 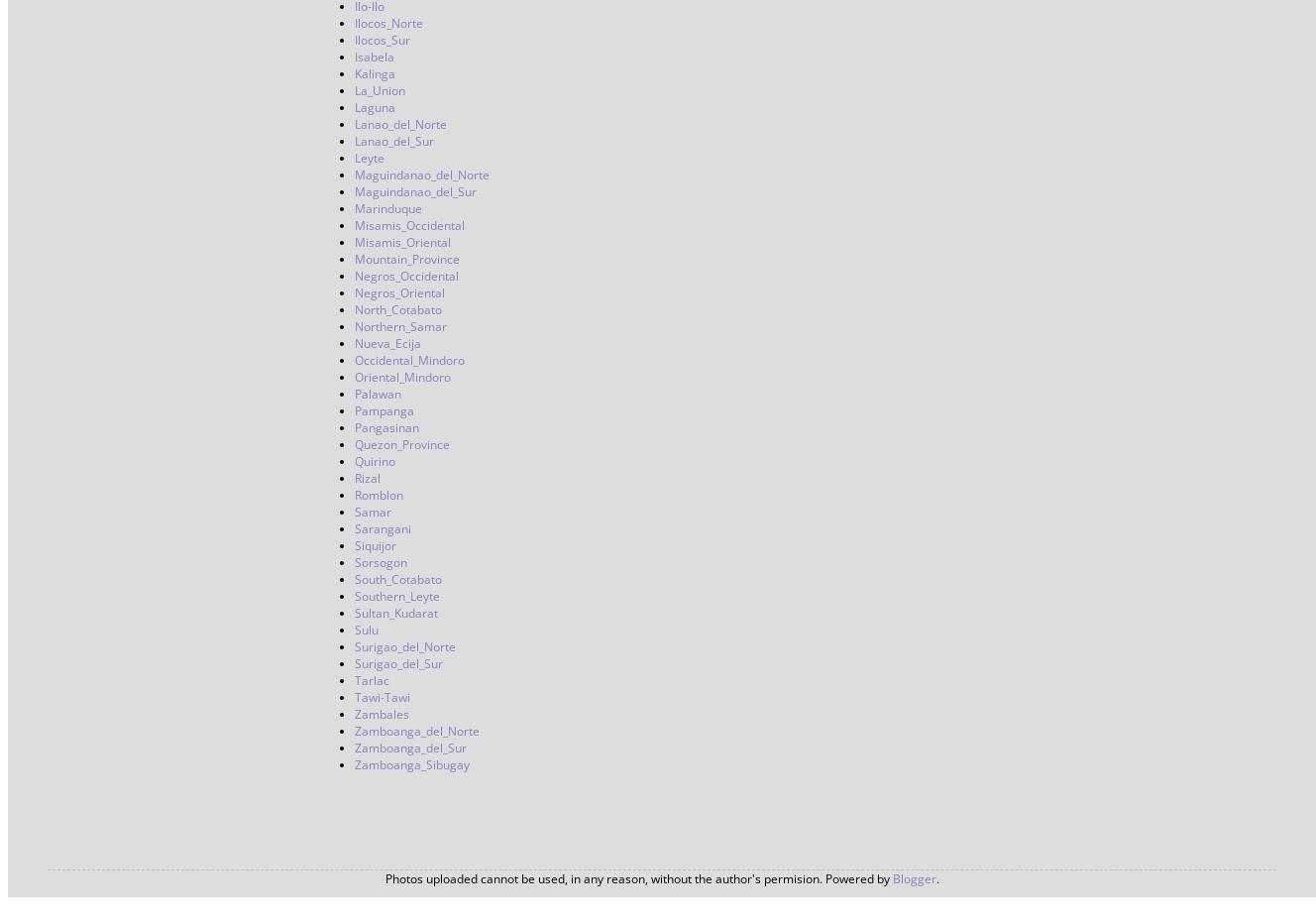 What do you see at coordinates (354, 629) in the screenshot?
I see `'Sulu'` at bounding box center [354, 629].